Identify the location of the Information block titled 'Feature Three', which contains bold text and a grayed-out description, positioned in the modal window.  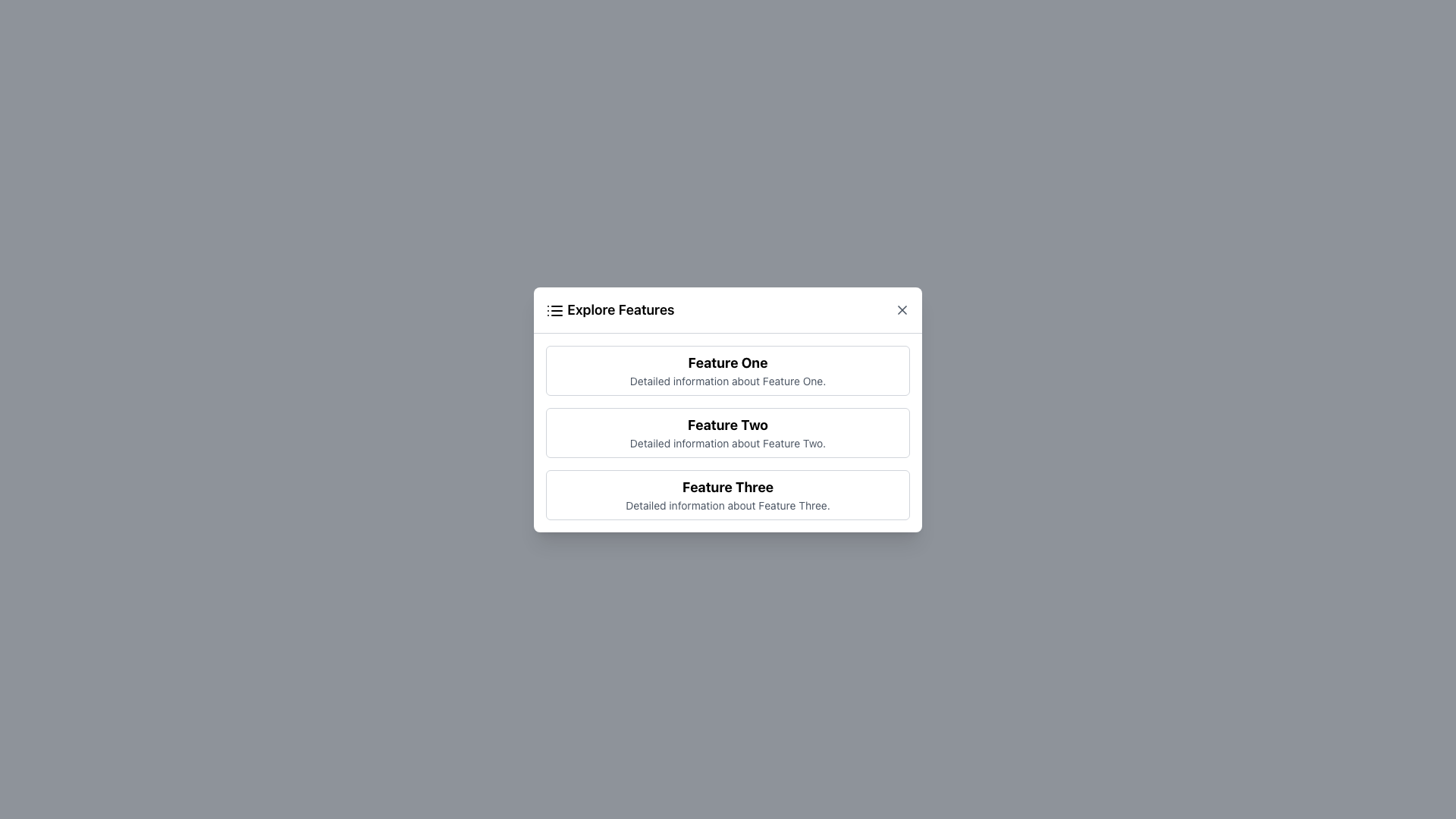
(728, 494).